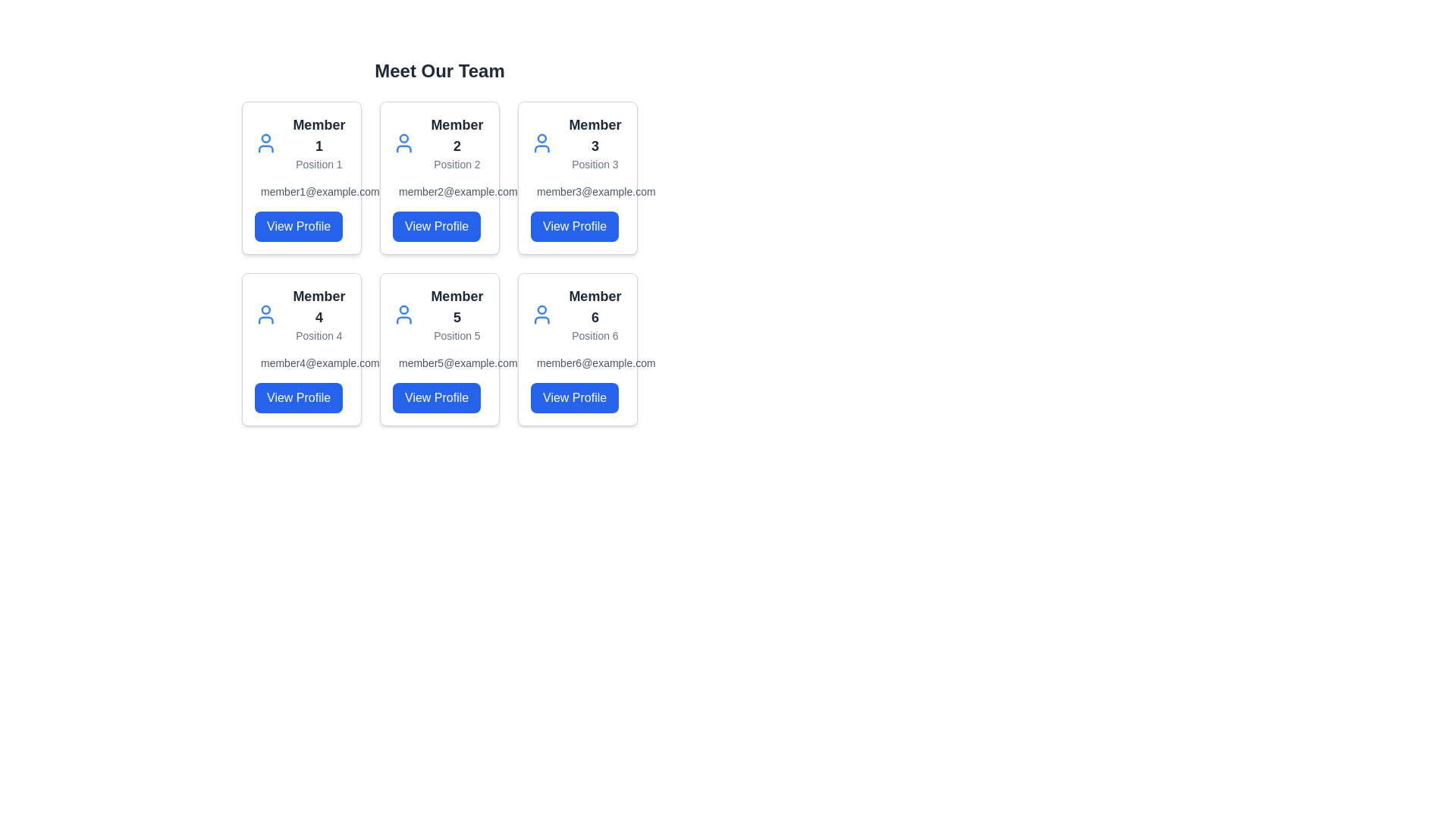 The image size is (1456, 819). Describe the element at coordinates (574, 397) in the screenshot. I see `the blue 'View Profile' button with white text located at the bottom-right of the card for 'Member 6'` at that location.